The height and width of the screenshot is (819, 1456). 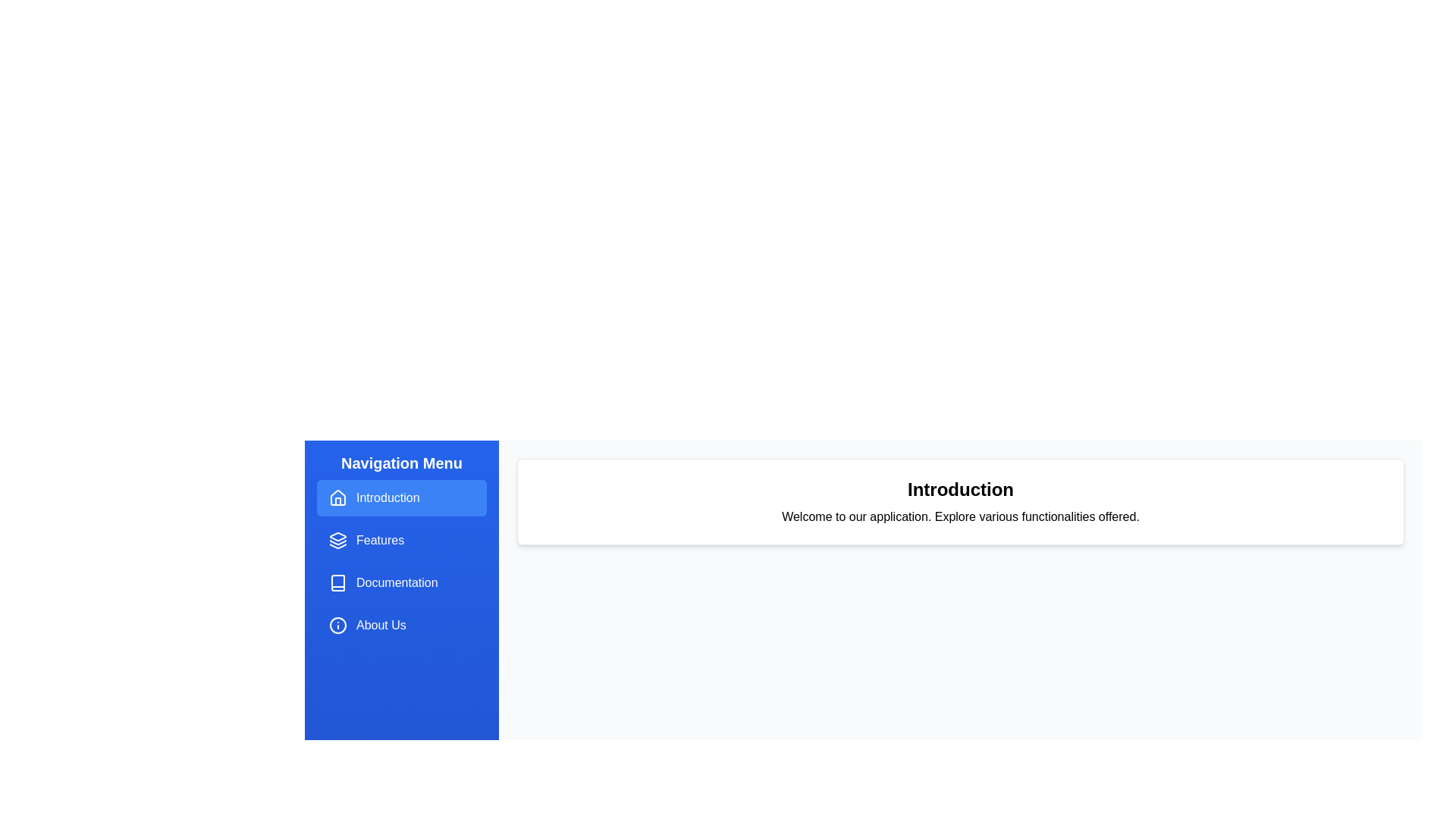 What do you see at coordinates (401, 626) in the screenshot?
I see `the 'About Us' navigation menu button, which features white text and an 'info' icon on a blue background` at bounding box center [401, 626].